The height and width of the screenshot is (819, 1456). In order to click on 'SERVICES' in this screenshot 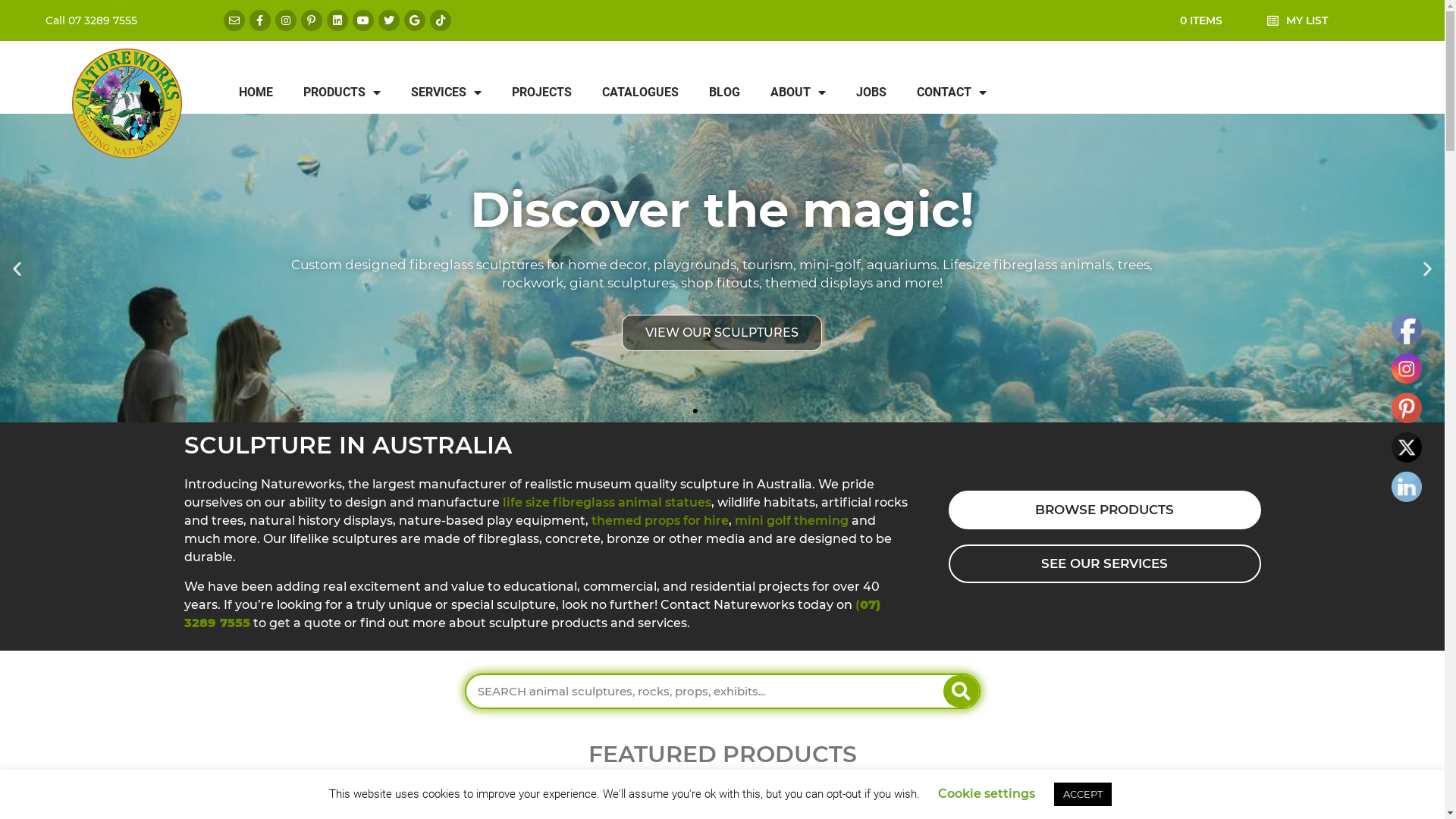, I will do `click(396, 93)`.